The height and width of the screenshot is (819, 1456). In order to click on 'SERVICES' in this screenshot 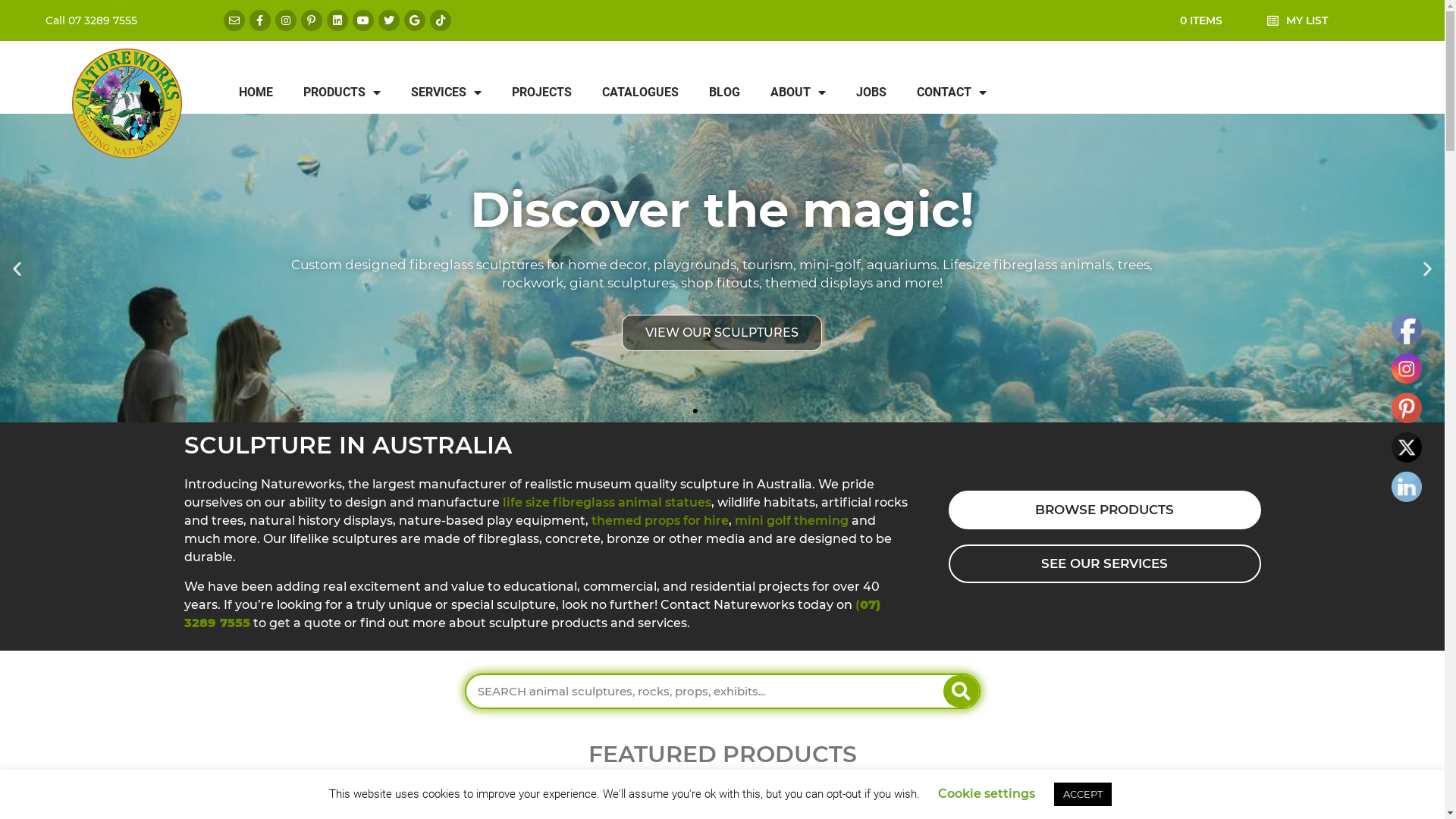, I will do `click(396, 93)`.